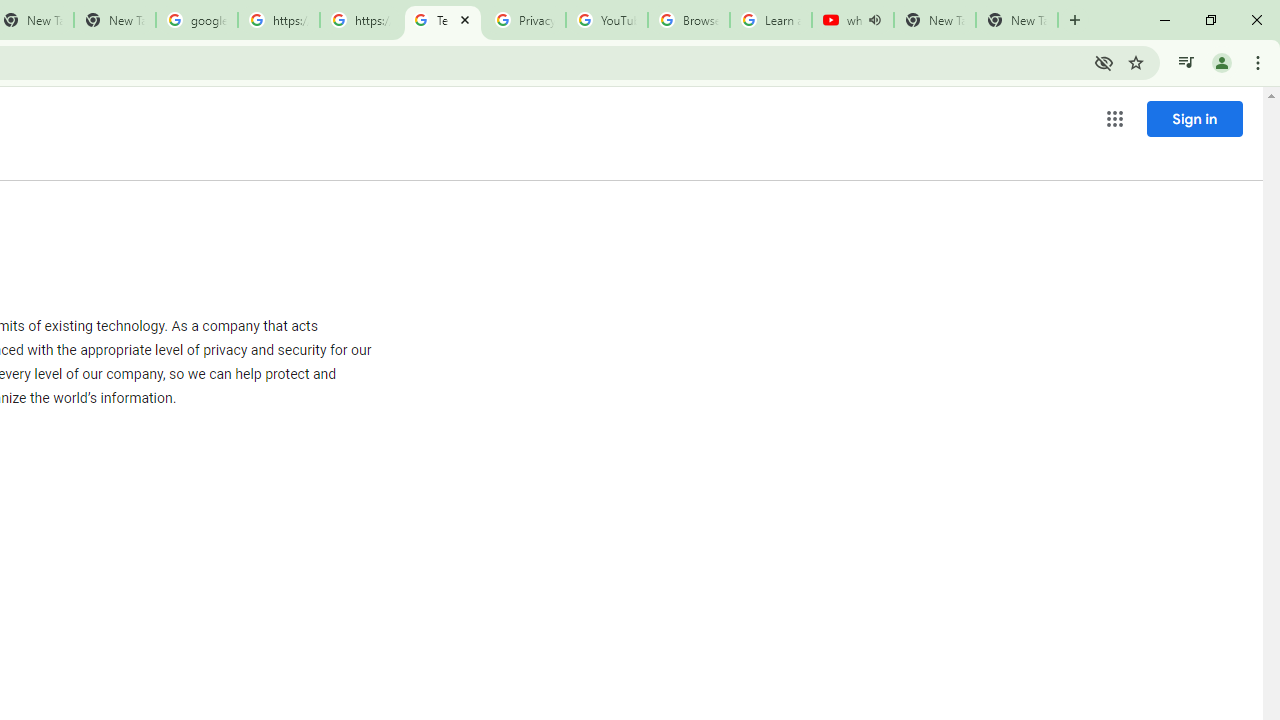 This screenshot has height=720, width=1280. Describe the element at coordinates (874, 20) in the screenshot. I see `'Mute tab'` at that location.